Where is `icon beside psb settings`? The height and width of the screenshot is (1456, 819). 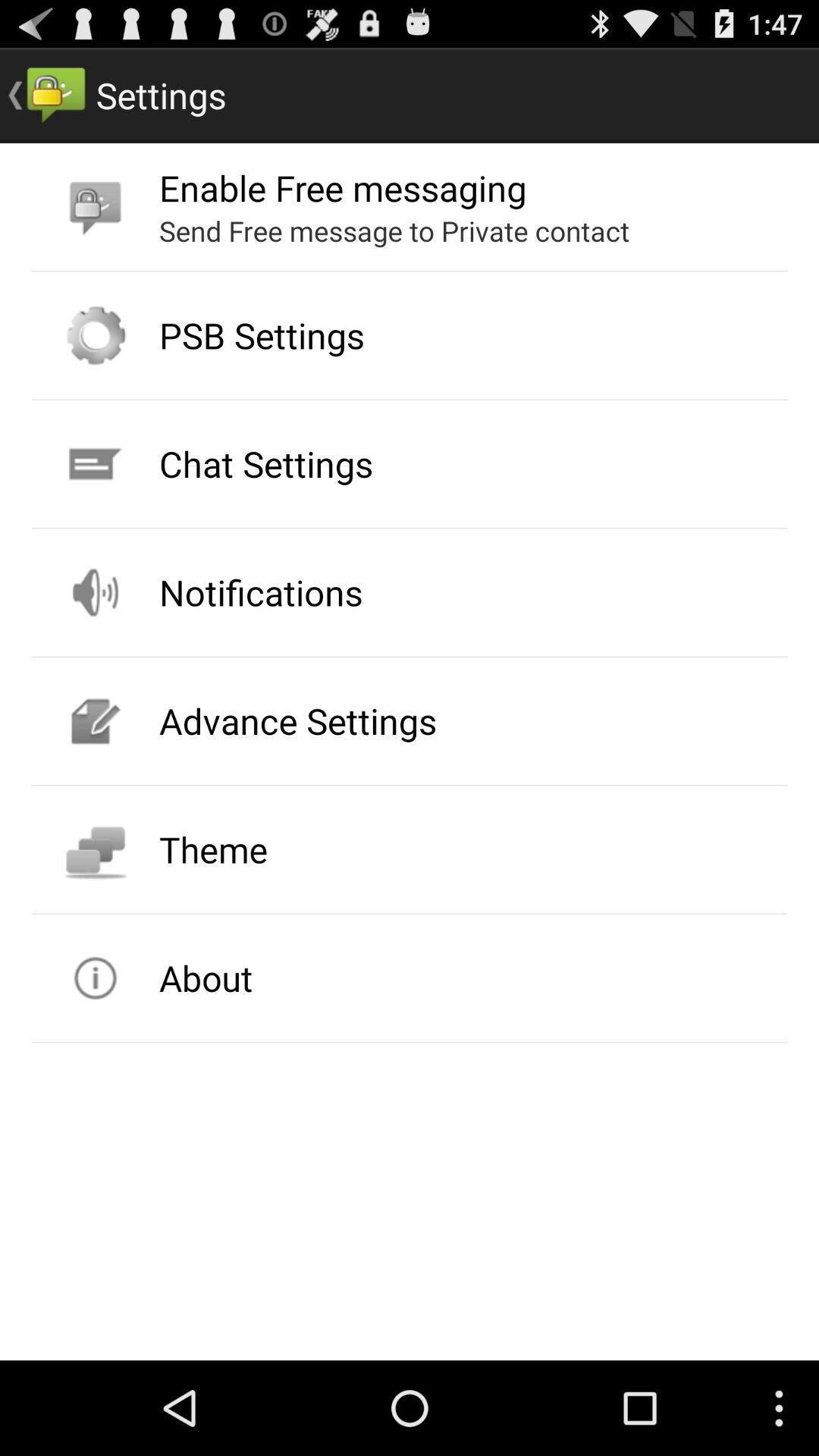
icon beside psb settings is located at coordinates (96, 334).